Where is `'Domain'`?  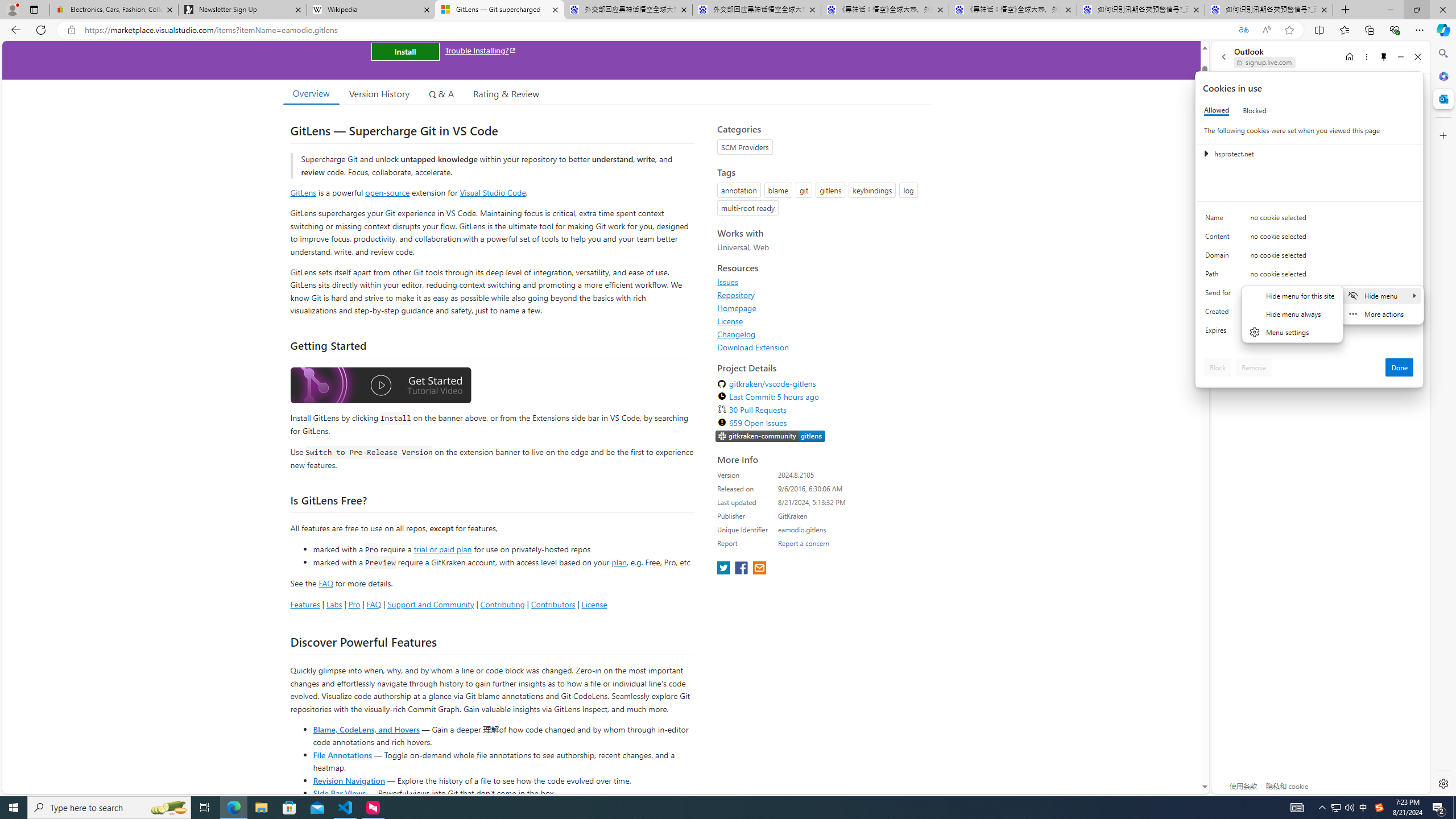 'Domain' is located at coordinates (1219, 257).